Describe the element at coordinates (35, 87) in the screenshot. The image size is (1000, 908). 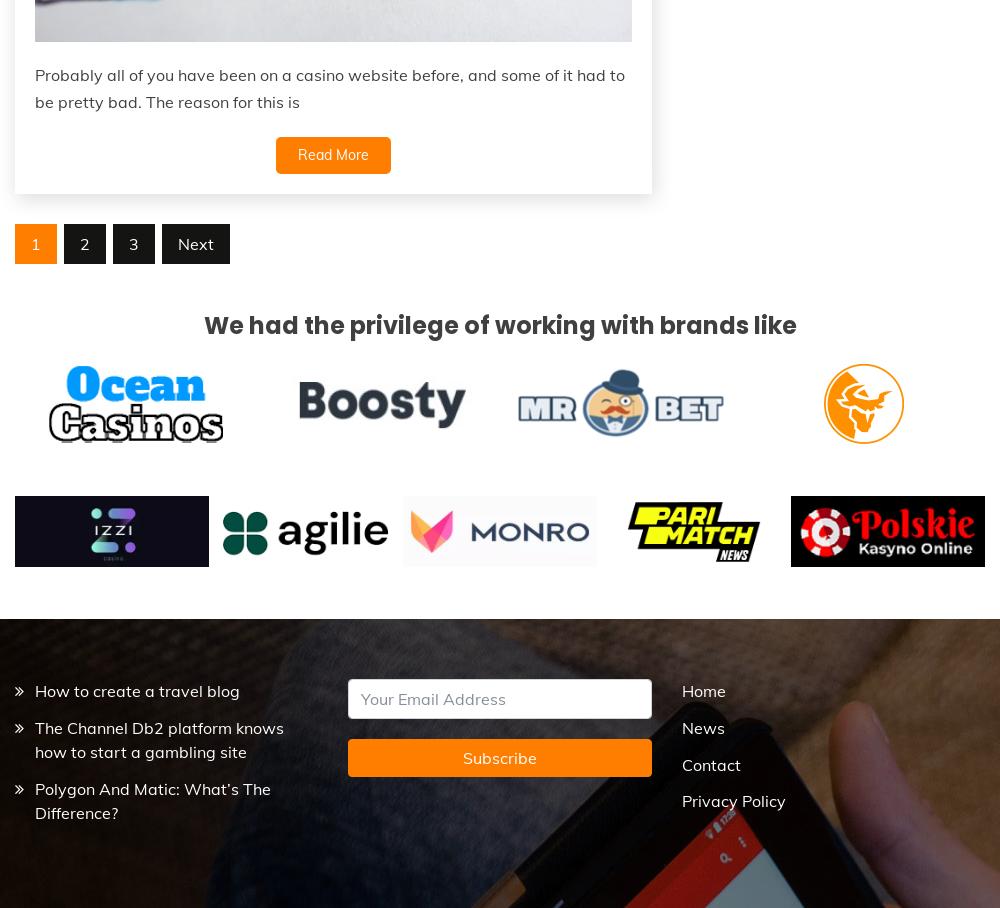
I see `'Probably all of you have been on a casino website before, and some of it had to be pretty bad. The reason for this is'` at that location.